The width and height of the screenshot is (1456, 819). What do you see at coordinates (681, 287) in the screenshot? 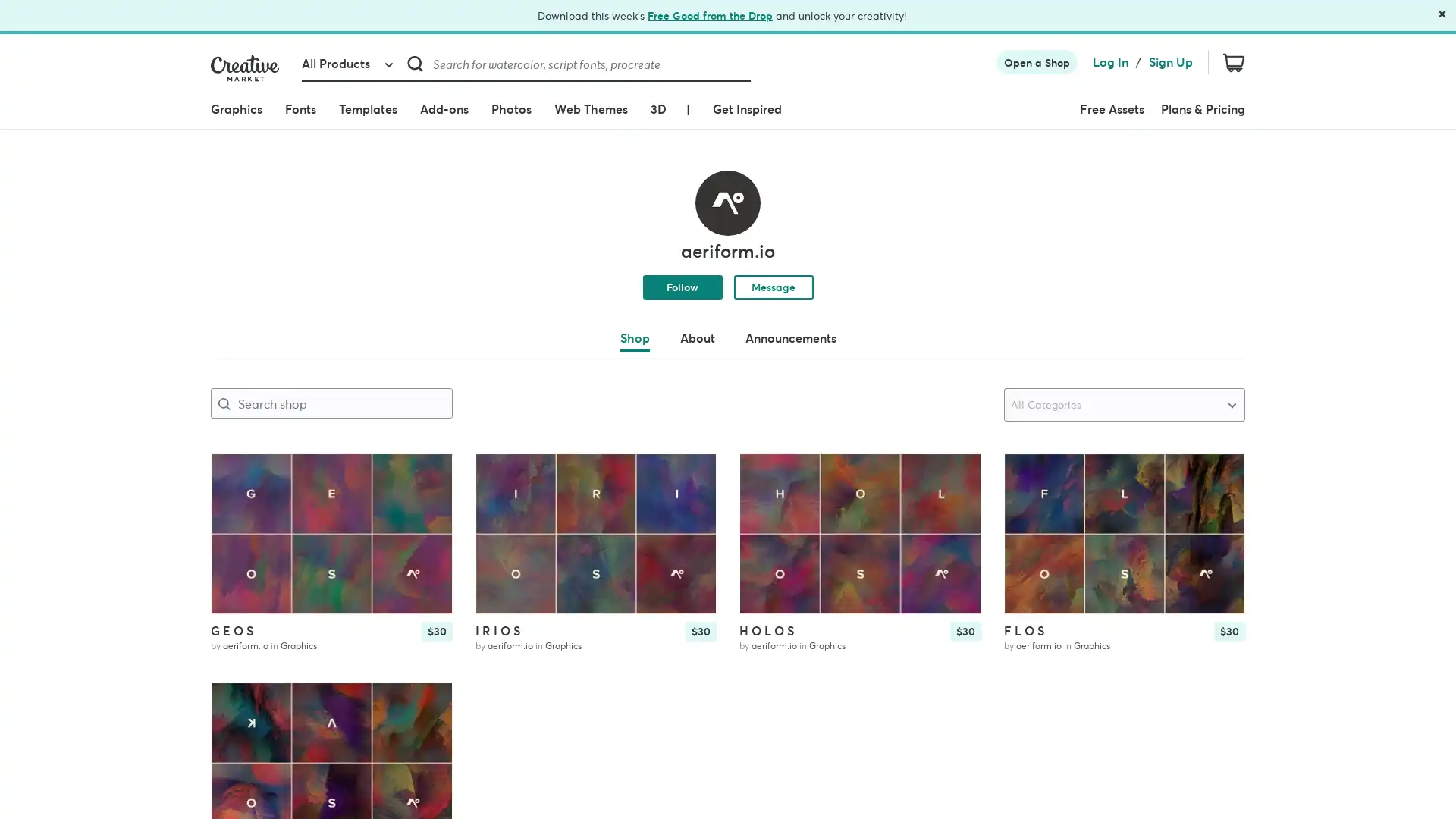
I see `Follow` at bounding box center [681, 287].